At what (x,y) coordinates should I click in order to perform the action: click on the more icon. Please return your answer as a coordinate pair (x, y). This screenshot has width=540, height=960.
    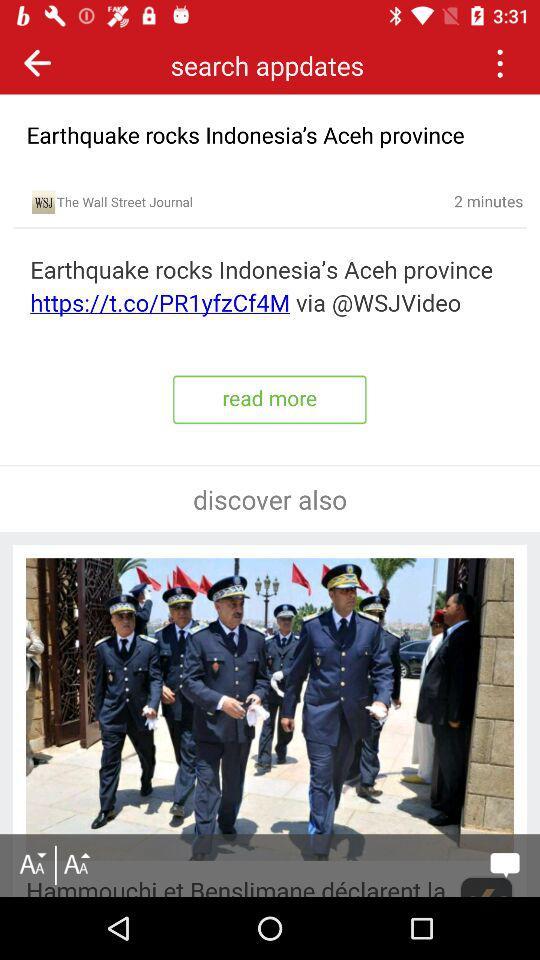
    Looking at the image, I should click on (498, 62).